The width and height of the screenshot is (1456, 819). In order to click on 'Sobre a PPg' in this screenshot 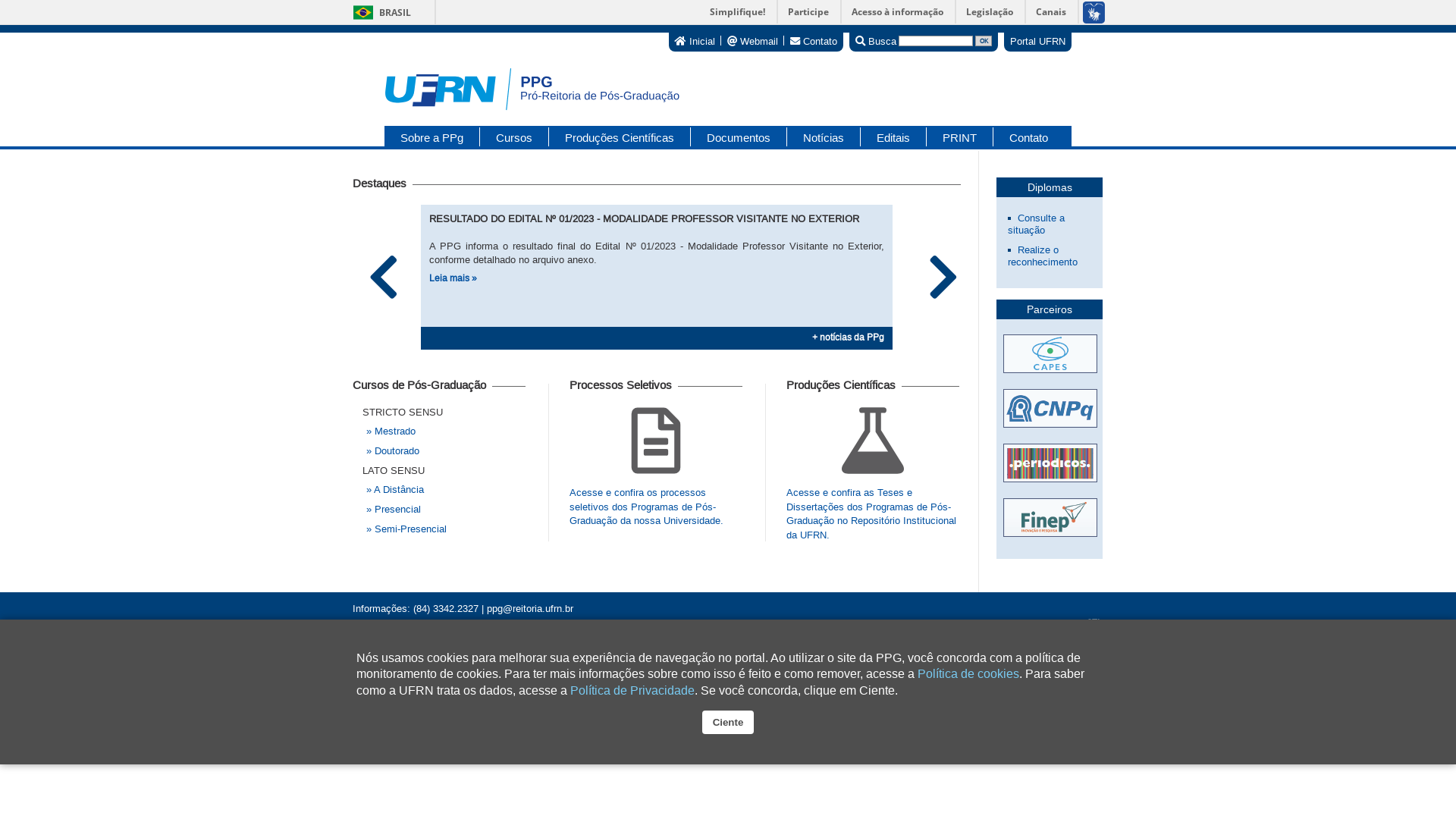, I will do `click(384, 136)`.